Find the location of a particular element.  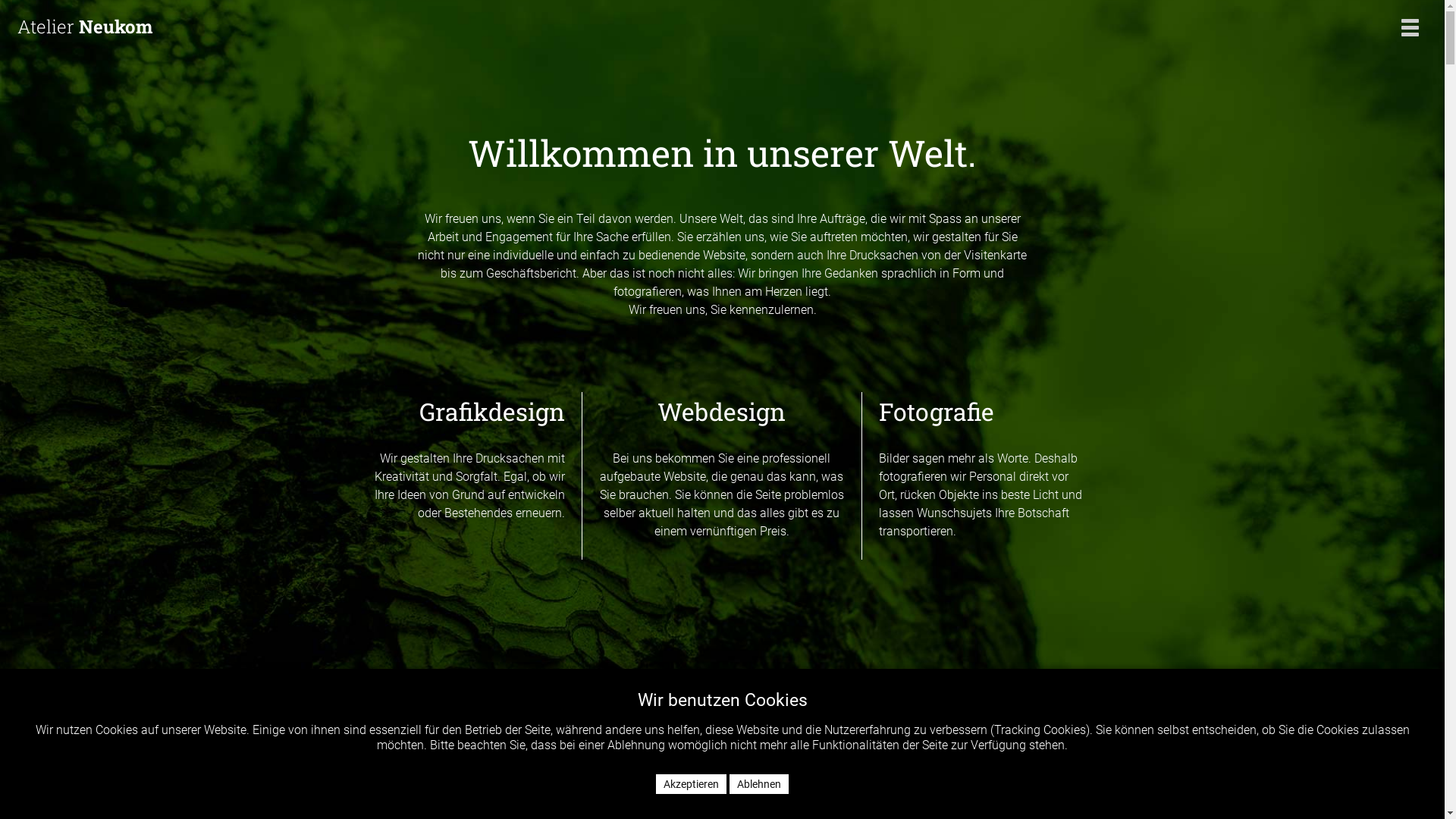

'Ablehnen' is located at coordinates (759, 783).